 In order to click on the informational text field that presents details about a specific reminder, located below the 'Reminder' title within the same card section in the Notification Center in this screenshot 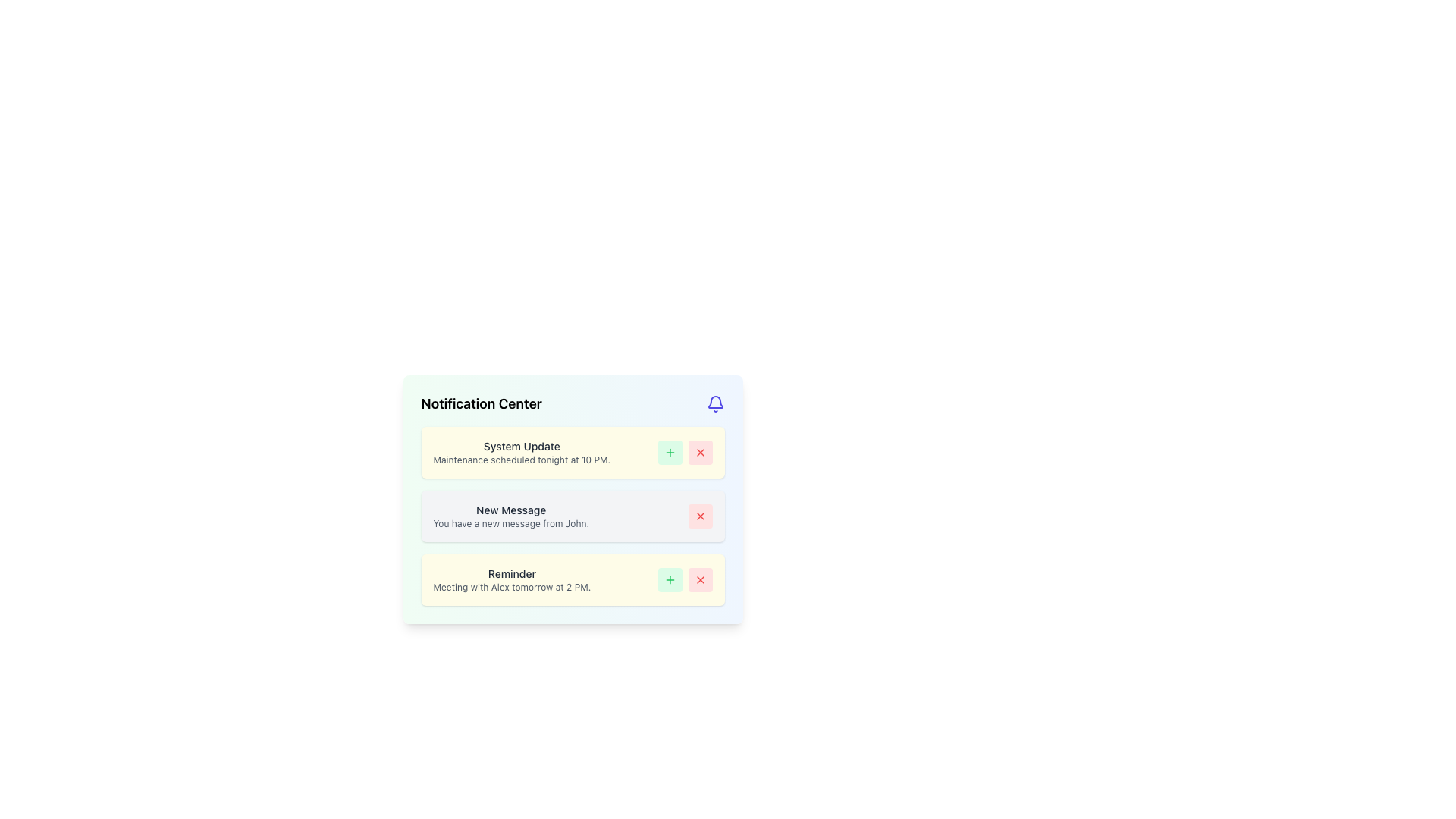, I will do `click(512, 587)`.